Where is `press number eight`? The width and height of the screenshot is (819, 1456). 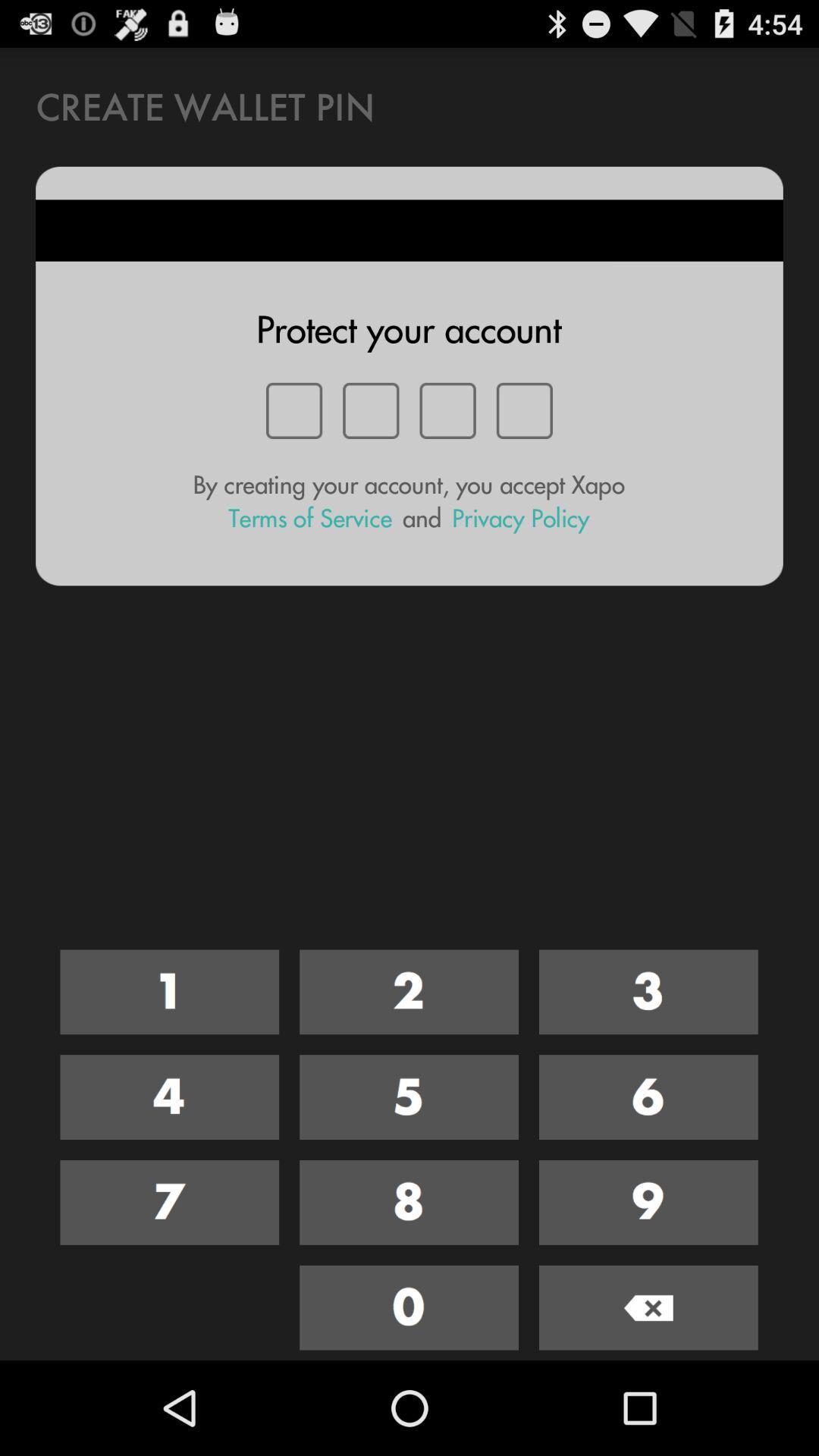
press number eight is located at coordinates (408, 1201).